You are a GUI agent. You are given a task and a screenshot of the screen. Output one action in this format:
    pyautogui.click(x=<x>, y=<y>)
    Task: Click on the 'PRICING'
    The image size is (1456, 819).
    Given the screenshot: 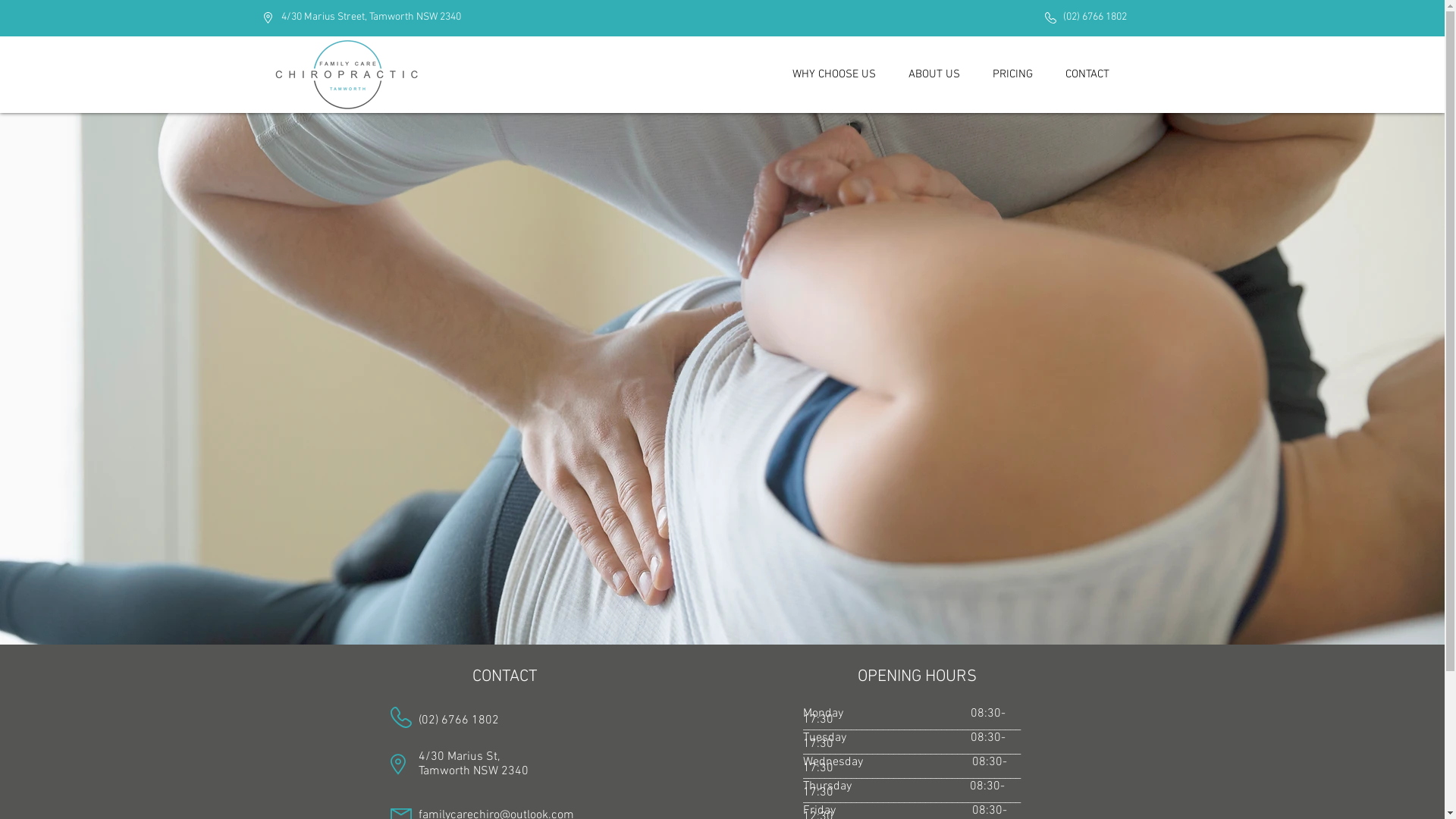 What is the action you would take?
    pyautogui.click(x=1012, y=74)
    